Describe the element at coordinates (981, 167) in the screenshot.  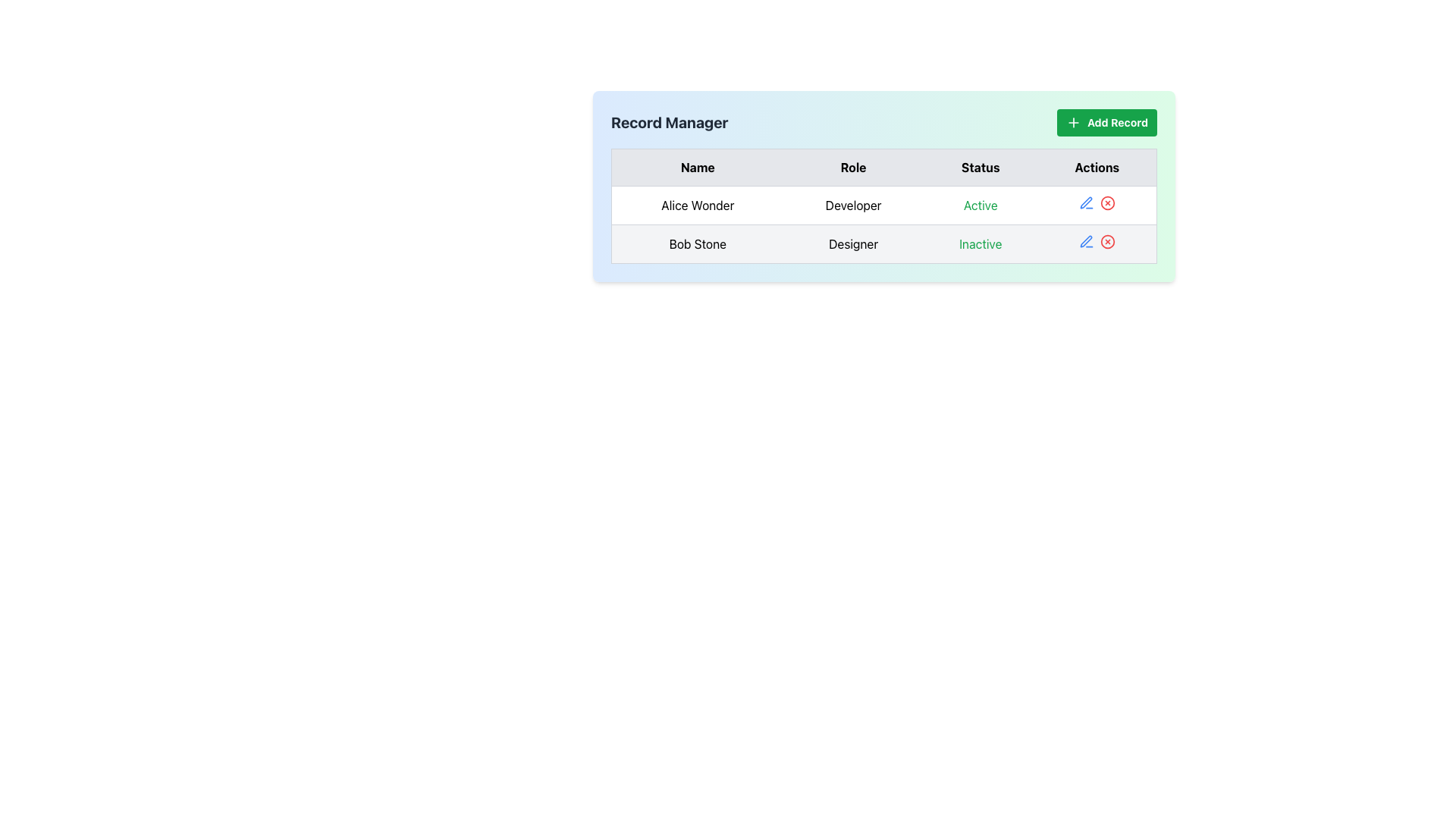
I see `text content of the table header cell labeled 'Status' which is located between the 'Role' and 'Actions' headers and has a light gray background with bold black text` at that location.